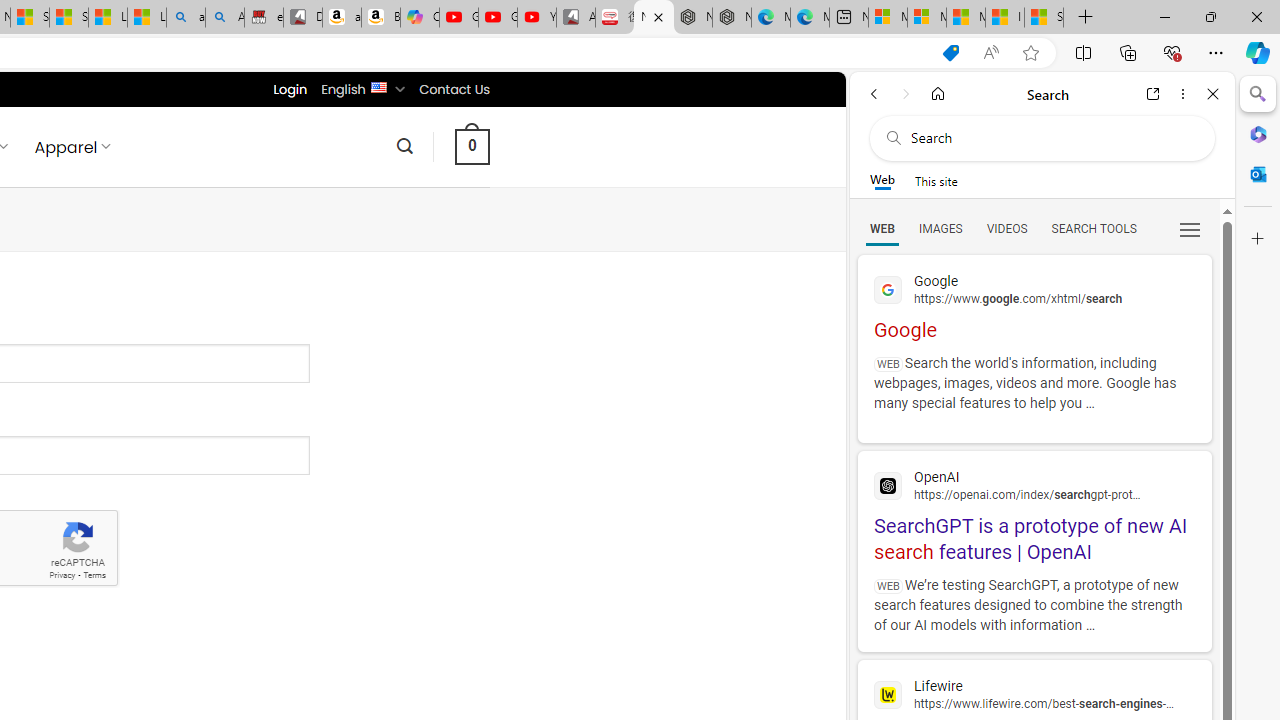 The image size is (1280, 720). Describe the element at coordinates (1257, 238) in the screenshot. I see `'Customize'` at that location.